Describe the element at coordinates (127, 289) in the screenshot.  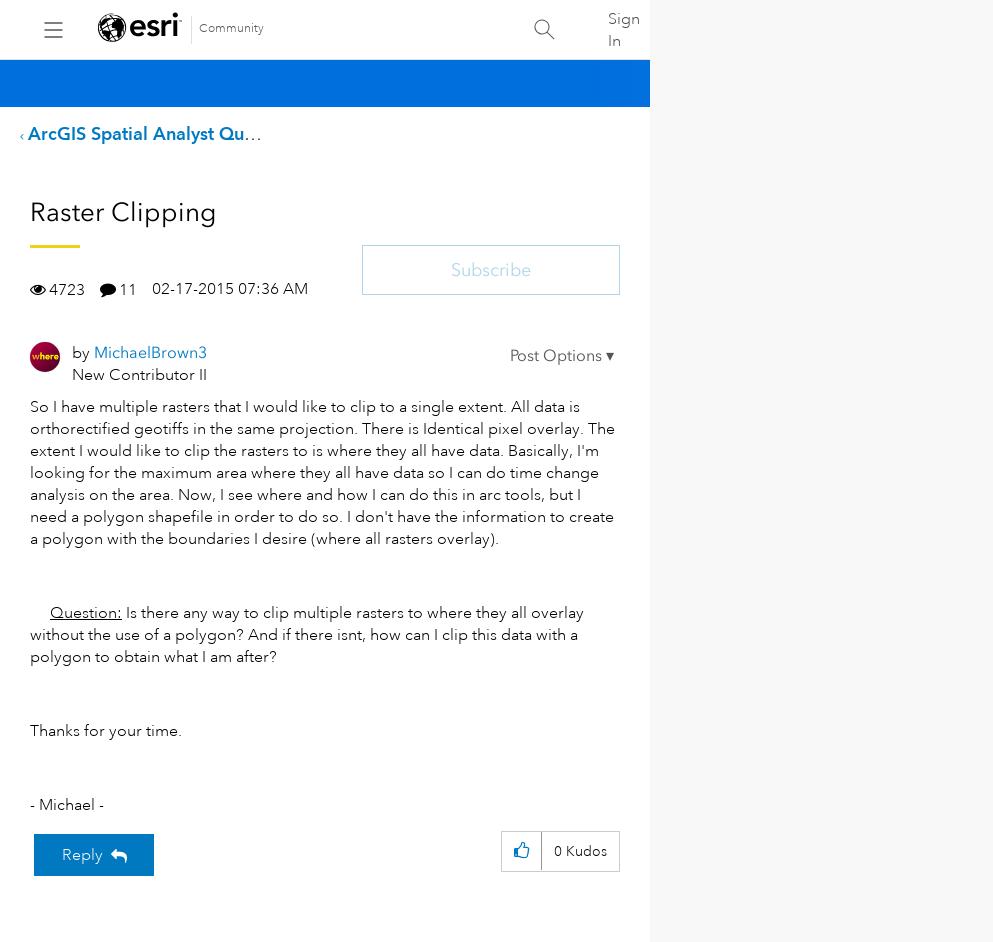
I see `'11'` at that location.